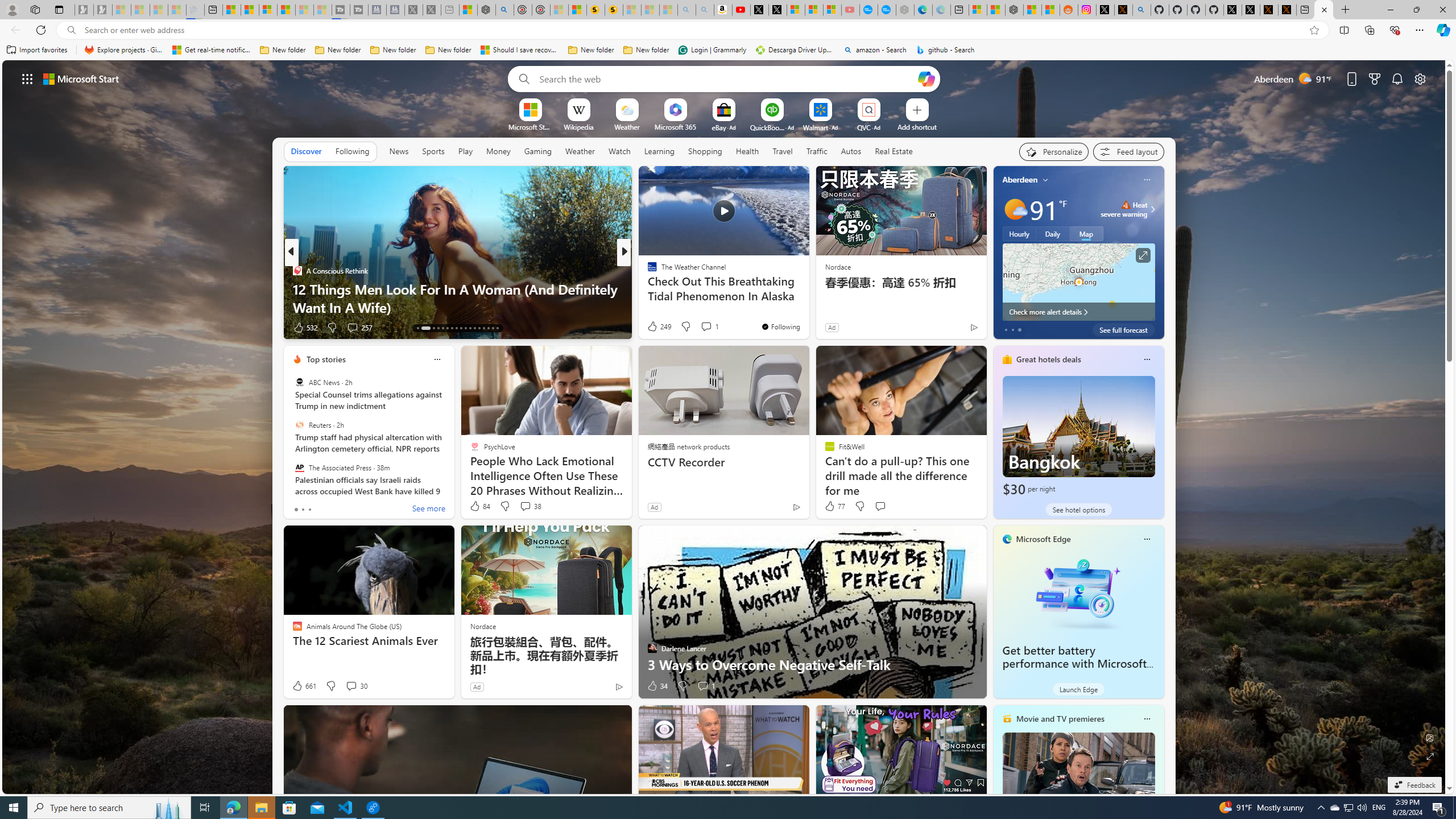  I want to click on 'Shopping', so click(705, 150).